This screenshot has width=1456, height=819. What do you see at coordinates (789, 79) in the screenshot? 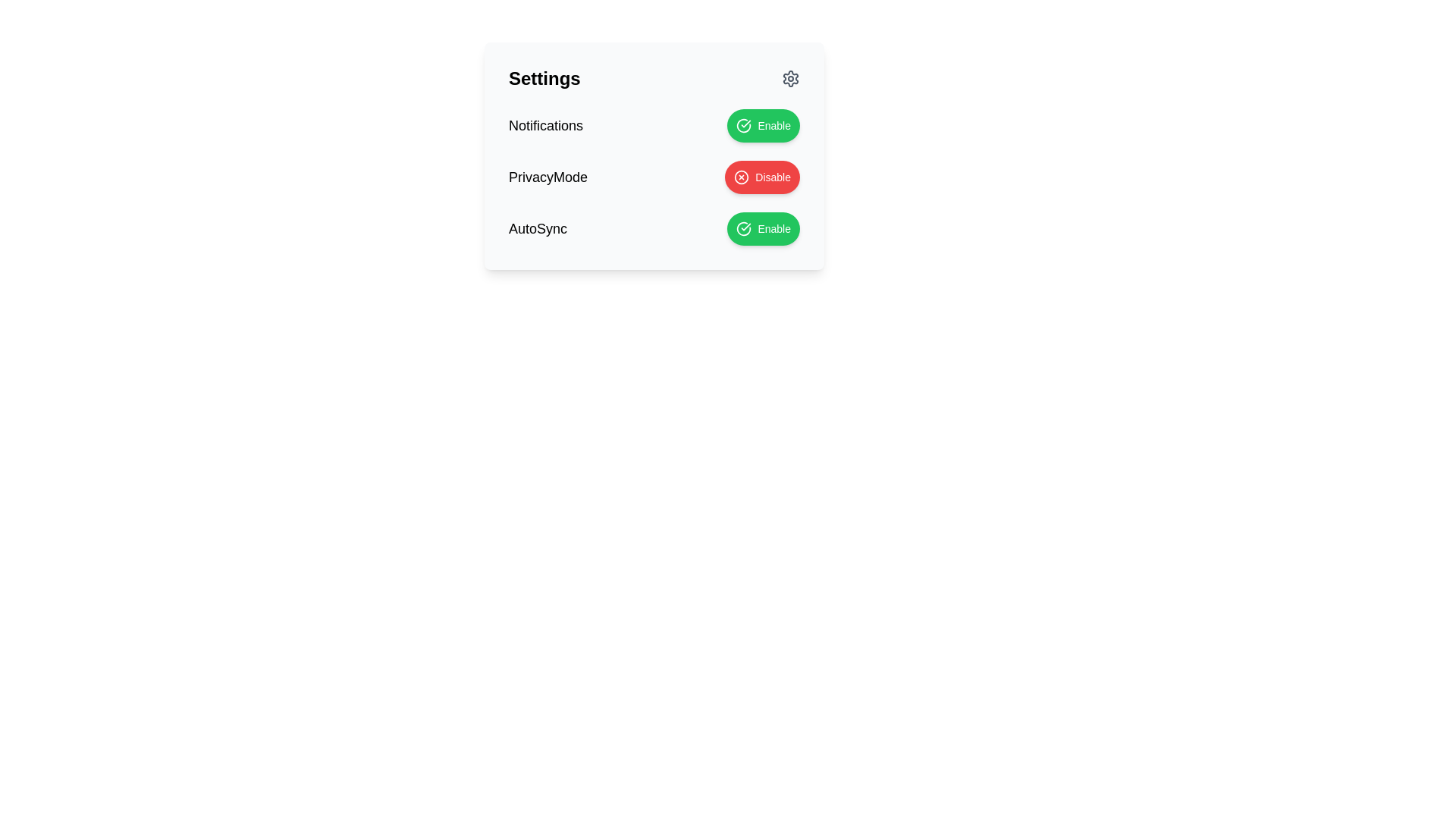
I see `the SVG Icon located in the upper-right corner of the header bar containing the text 'Settings'` at bounding box center [789, 79].